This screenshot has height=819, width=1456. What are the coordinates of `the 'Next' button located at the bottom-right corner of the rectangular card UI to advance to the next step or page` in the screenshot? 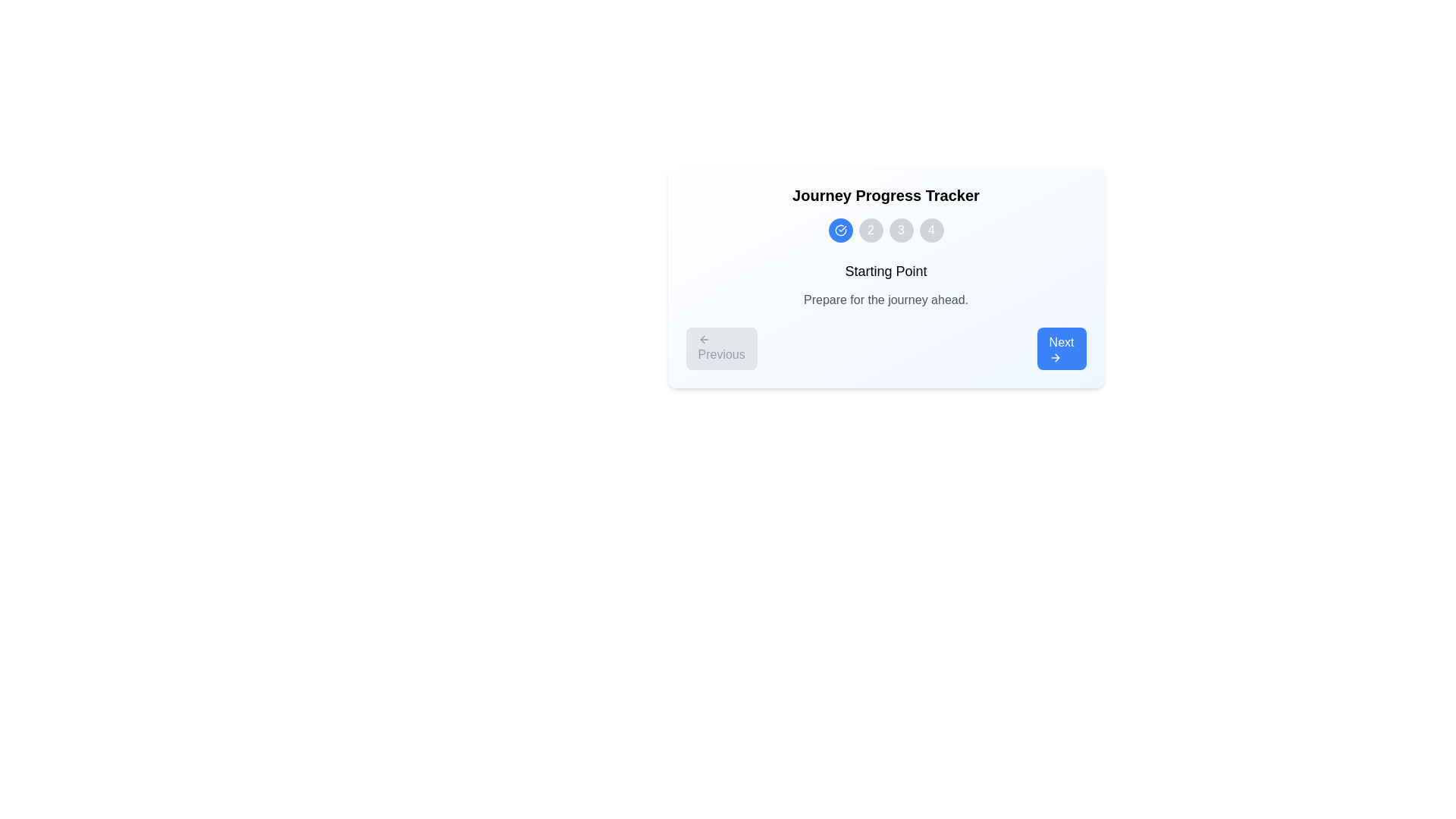 It's located at (1054, 357).